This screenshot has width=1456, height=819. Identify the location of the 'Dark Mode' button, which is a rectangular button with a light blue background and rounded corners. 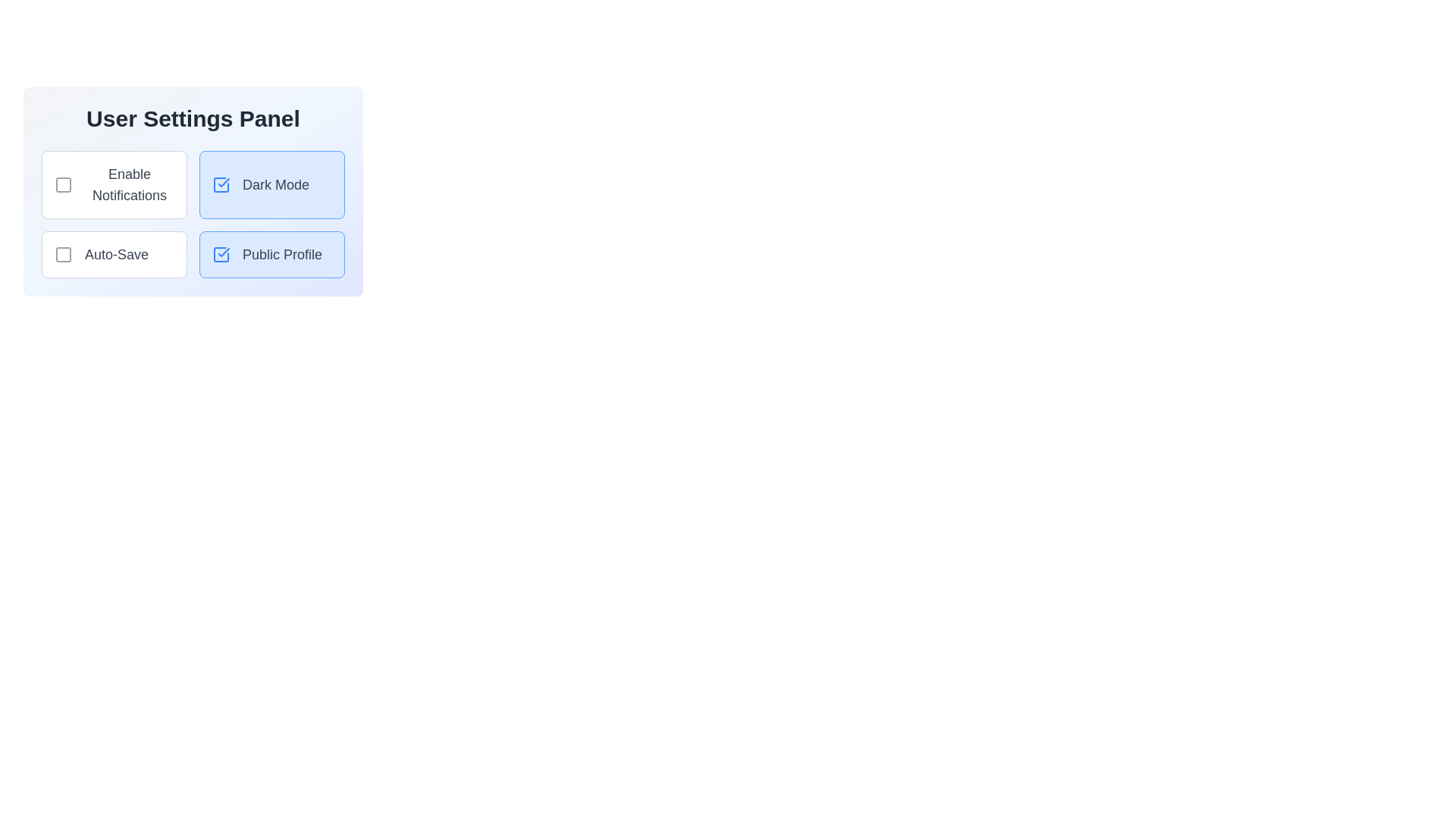
(272, 184).